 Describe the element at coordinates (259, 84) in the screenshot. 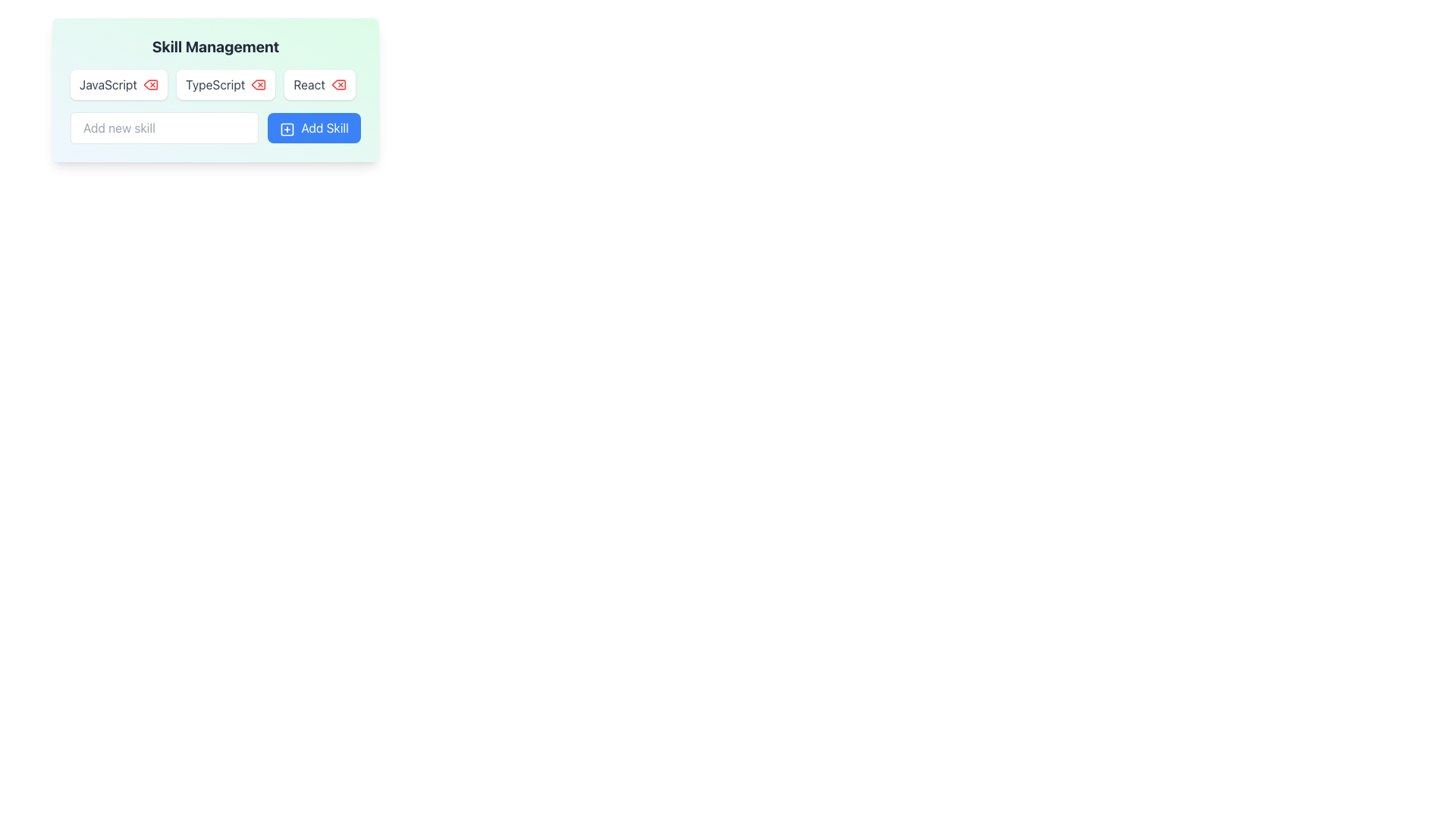

I see `the central graphical element of the delete icon associated with the 'TypeScript' skill badge` at that location.